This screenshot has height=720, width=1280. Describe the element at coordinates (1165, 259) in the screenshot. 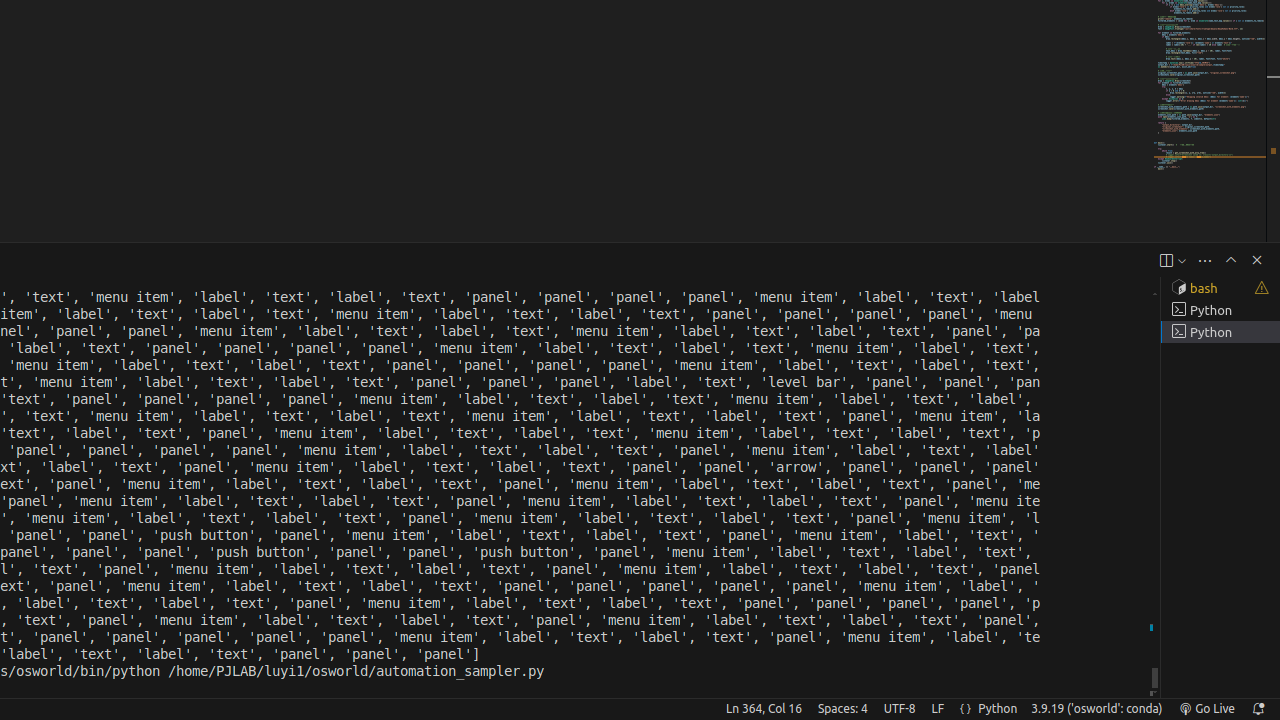

I see `'New Terminal (Ctrl+Shift+`) [Alt] Split Terminal (Ctrl+Shift+5)'` at that location.